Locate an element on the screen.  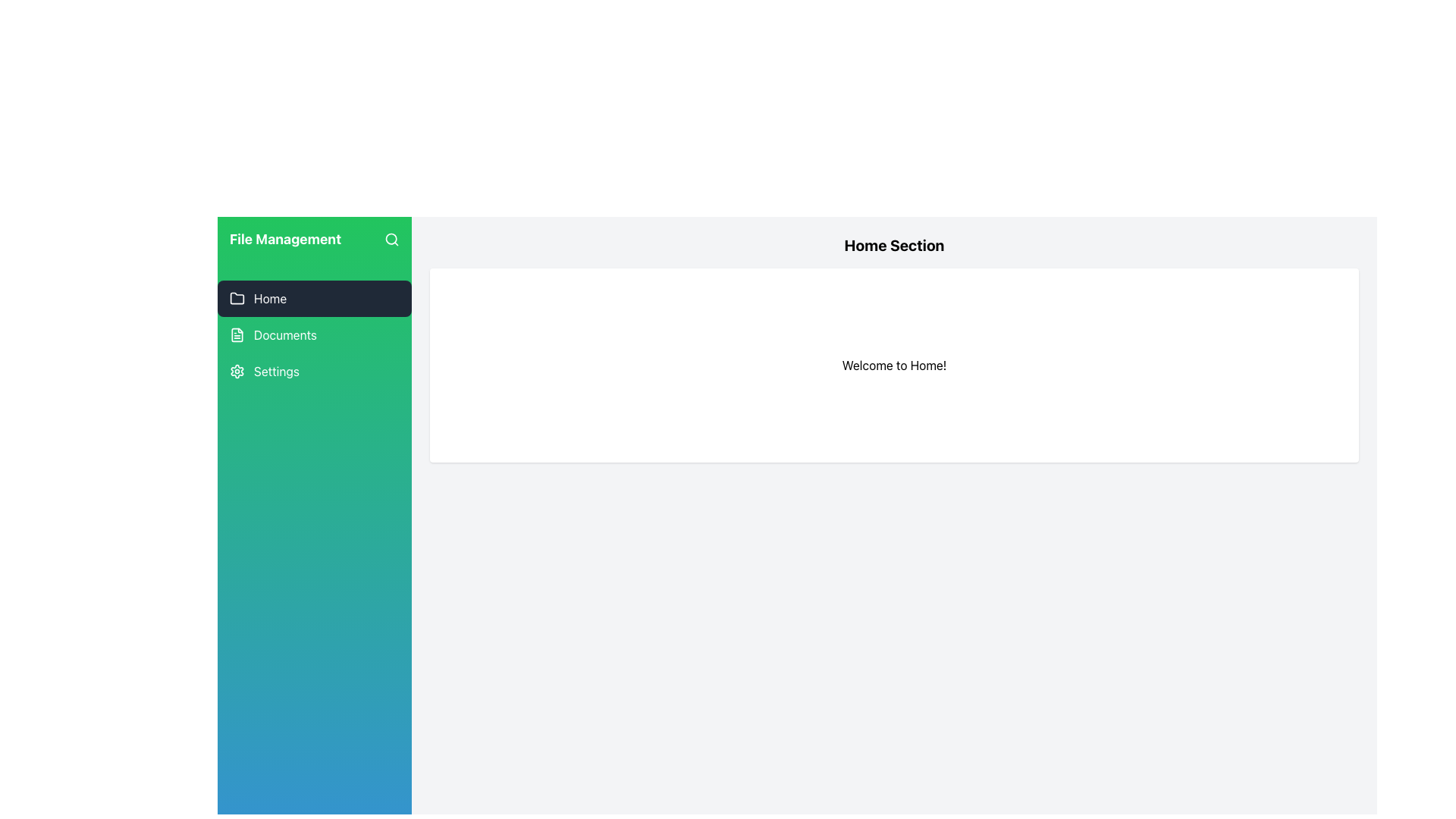
the 'Documents' navigation link in the sidebar menu to highlight it is located at coordinates (313, 334).